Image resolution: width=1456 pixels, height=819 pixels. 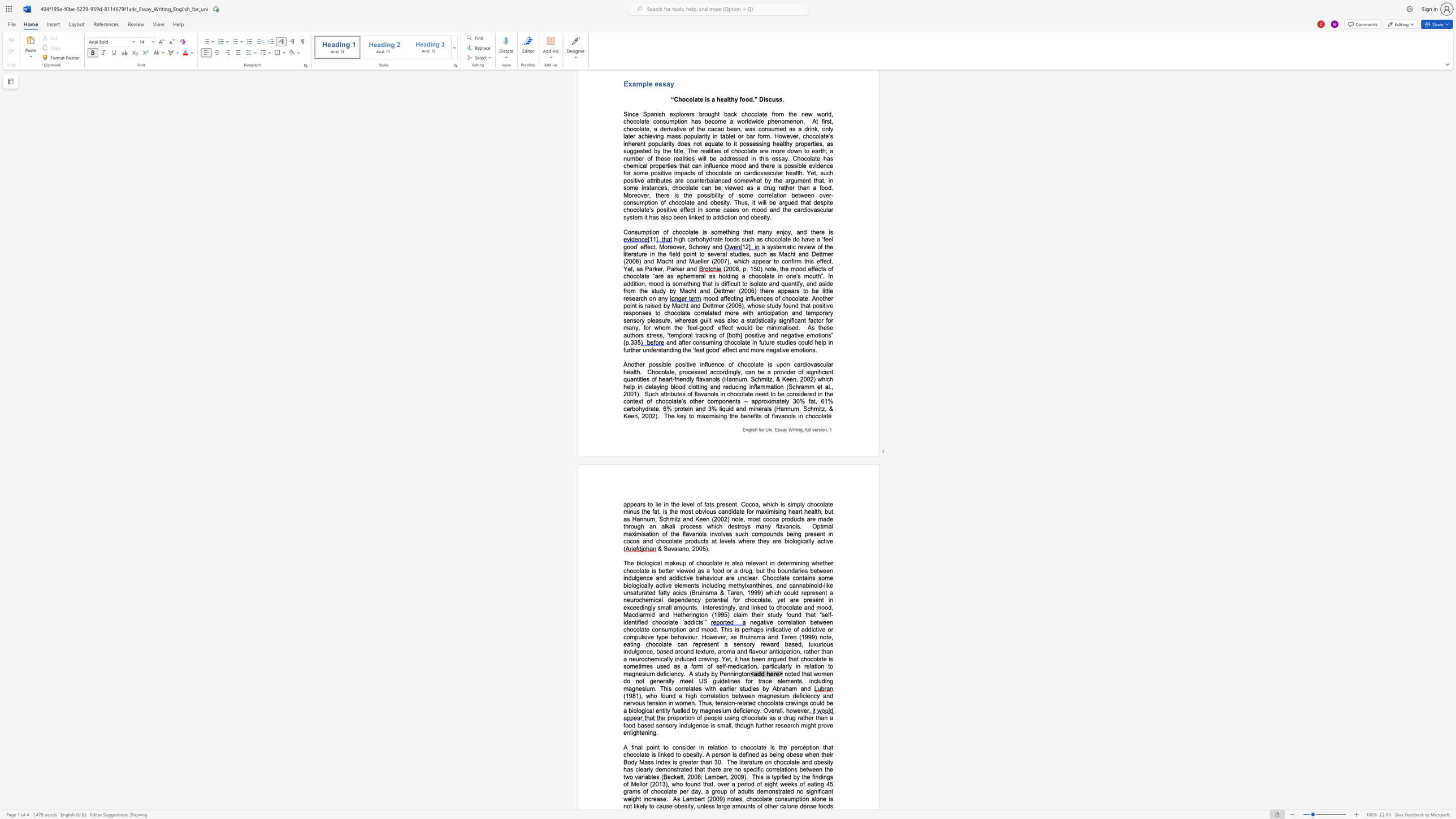 I want to click on the subset text "e a" within the text "large amounts", so click(x=726, y=806).